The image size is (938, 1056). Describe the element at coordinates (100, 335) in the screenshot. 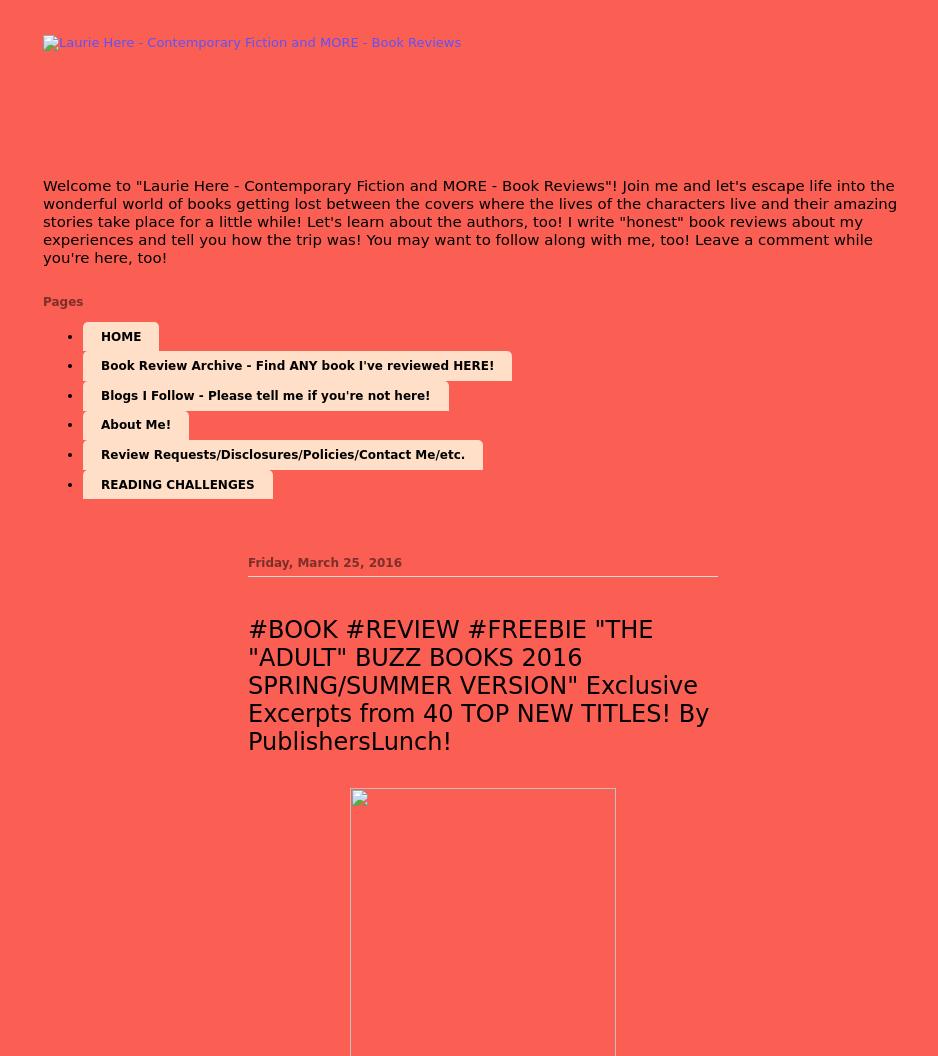

I see `'HOME'` at that location.